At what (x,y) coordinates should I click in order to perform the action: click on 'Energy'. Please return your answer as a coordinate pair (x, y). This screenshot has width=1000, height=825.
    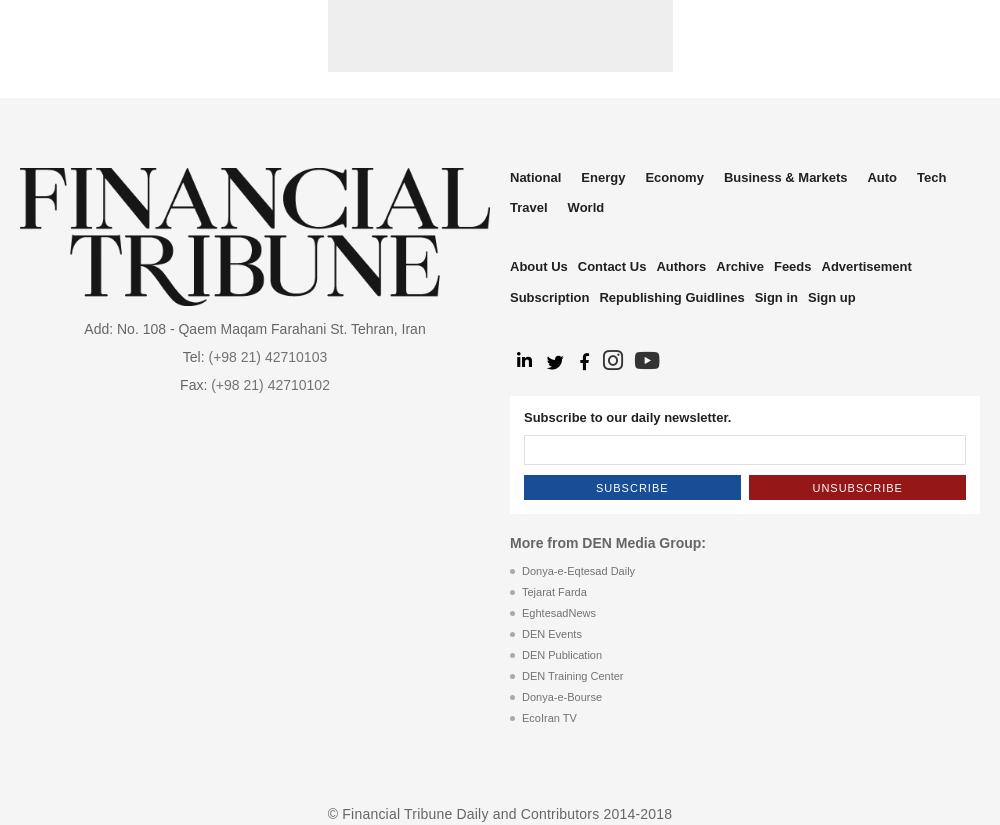
    Looking at the image, I should click on (602, 177).